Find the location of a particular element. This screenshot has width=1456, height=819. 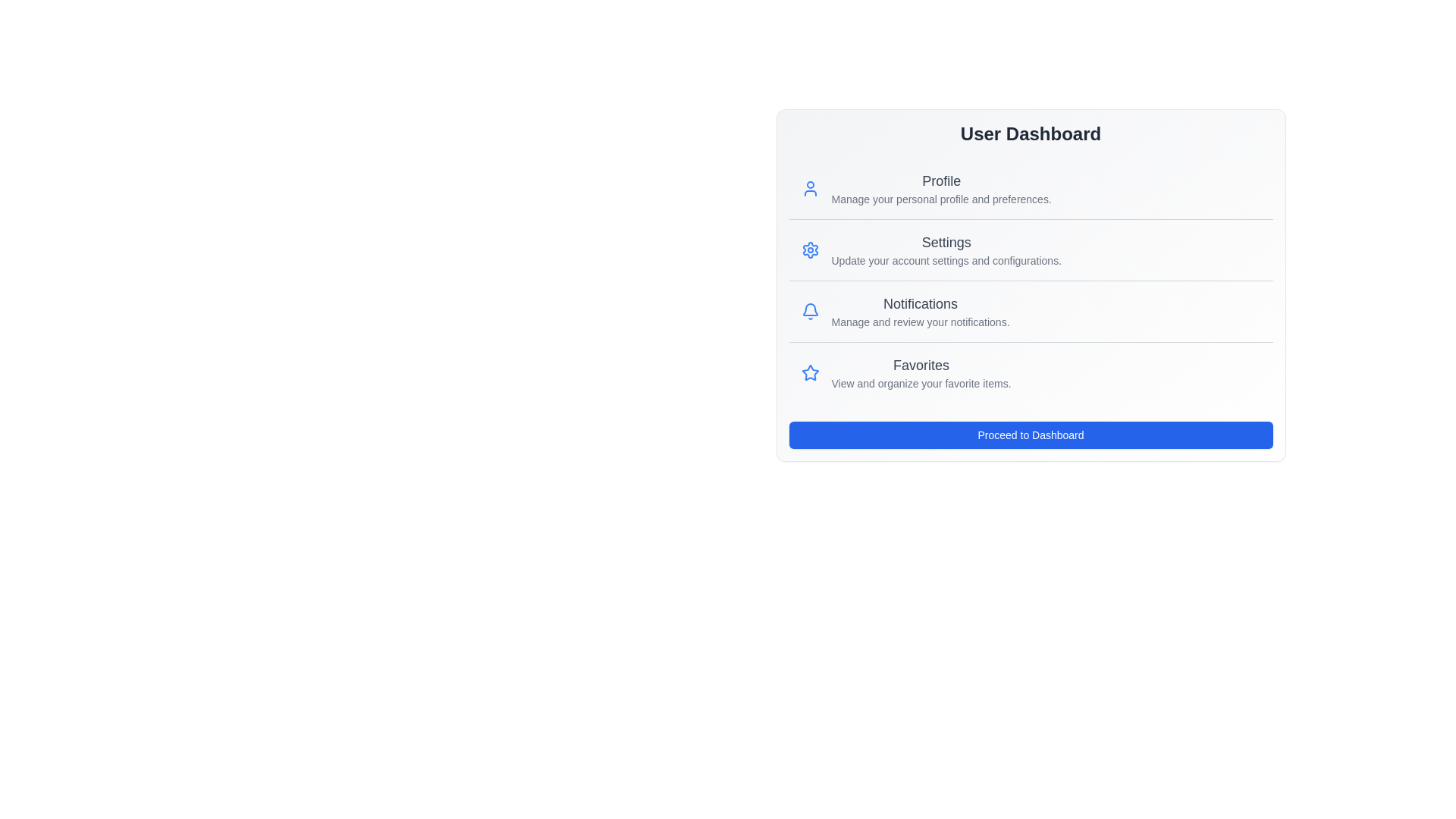

the third list entry in the vertical menu that allows users is located at coordinates (920, 373).